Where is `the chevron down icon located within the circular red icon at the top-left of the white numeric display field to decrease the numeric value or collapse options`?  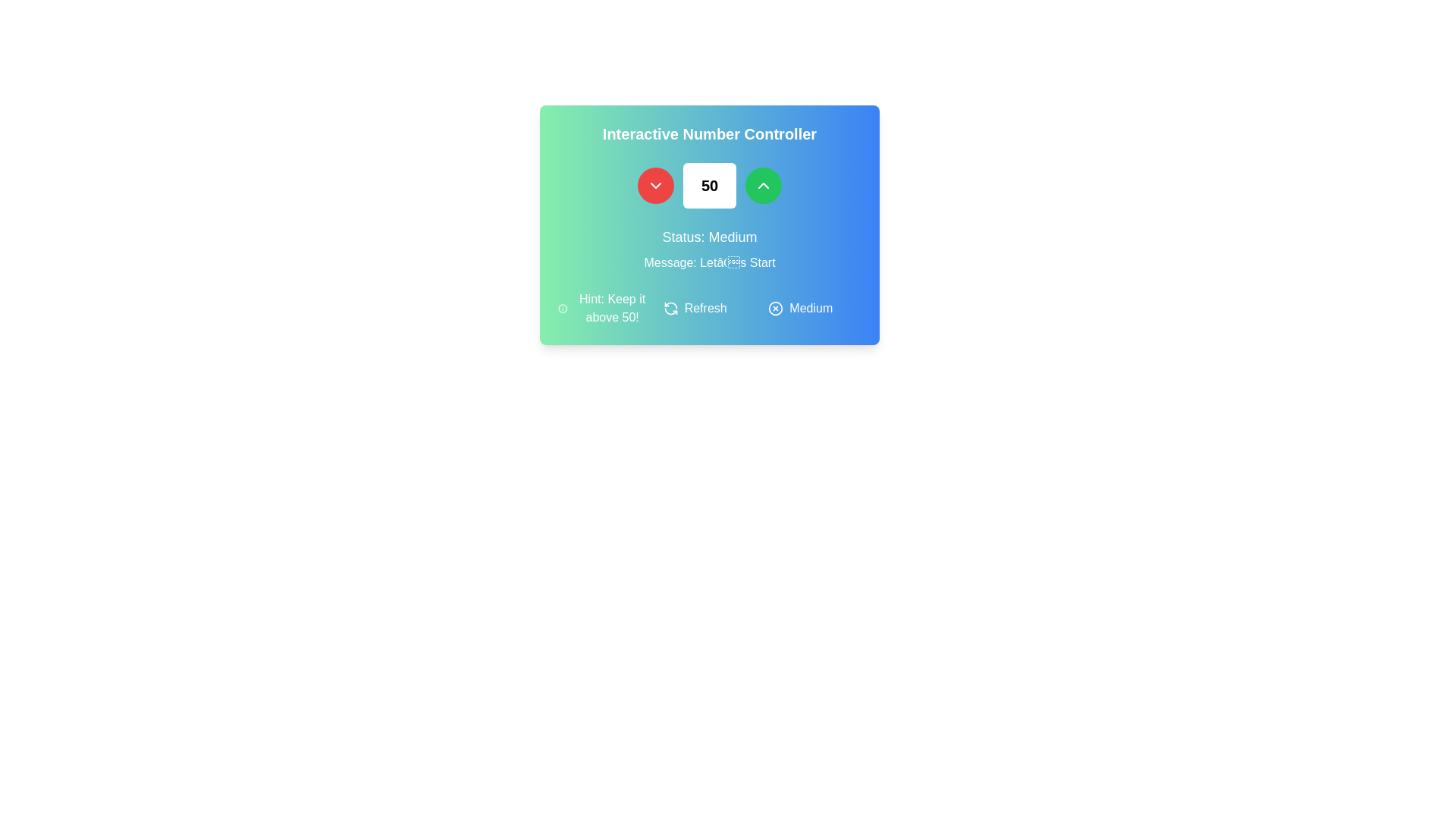
the chevron down icon located within the circular red icon at the top-left of the white numeric display field to decrease the numeric value or collapse options is located at coordinates (655, 185).